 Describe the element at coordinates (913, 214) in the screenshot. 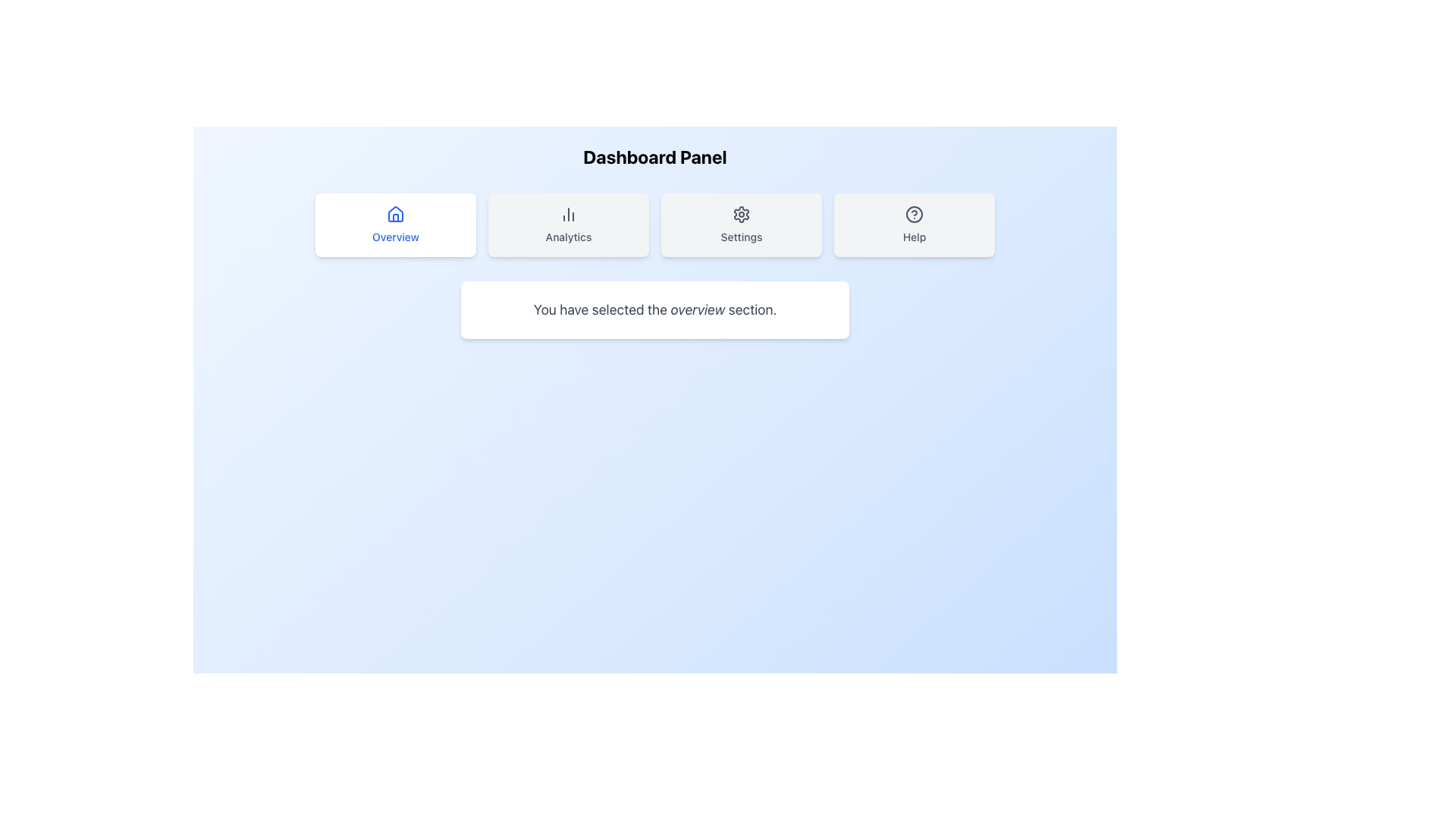

I see `the circular part of the 'Help' button icon located in the top-right section of the dashboard` at that location.